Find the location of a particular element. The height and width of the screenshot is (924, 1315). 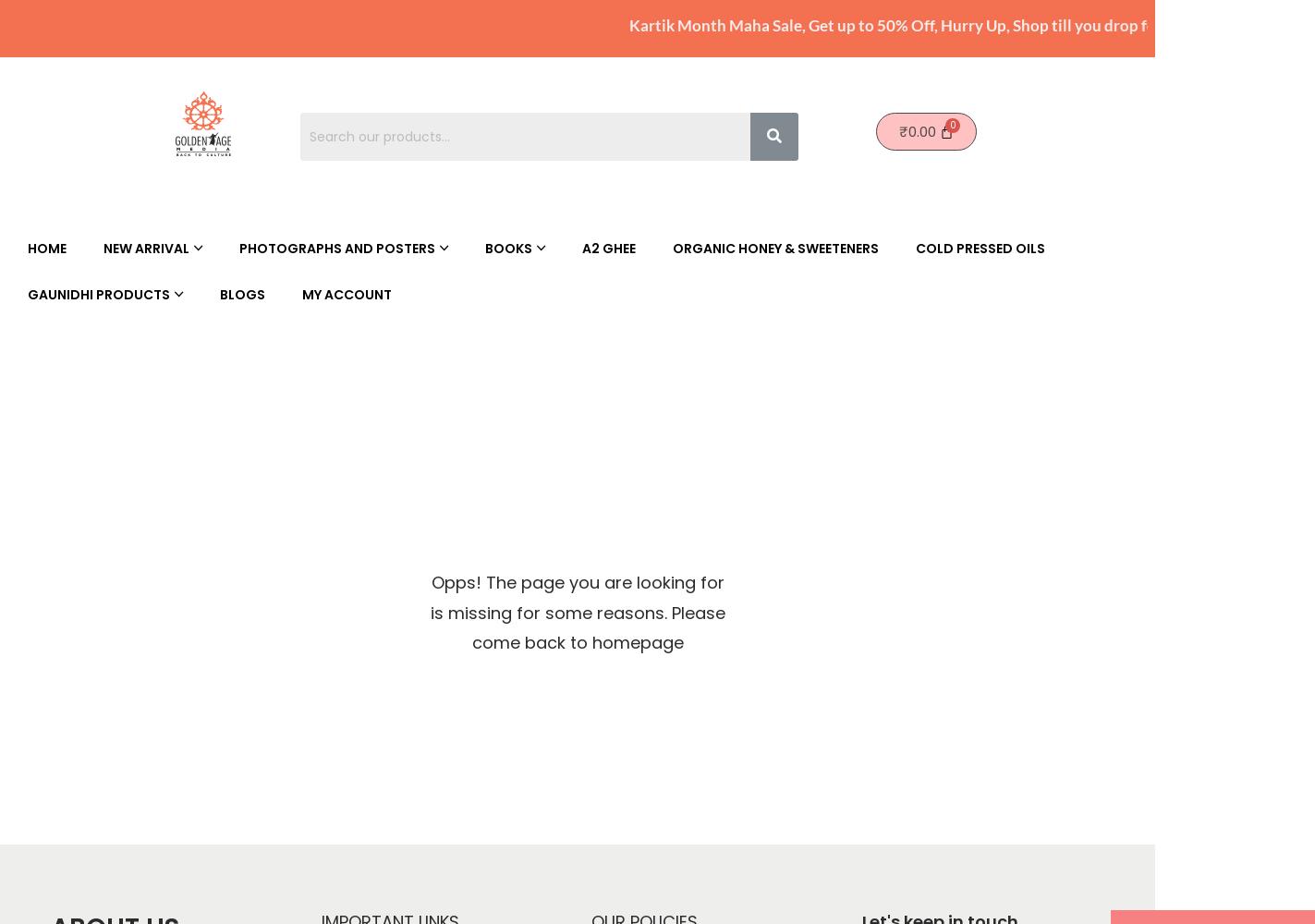

'Type to search' is located at coordinates (306, 895).